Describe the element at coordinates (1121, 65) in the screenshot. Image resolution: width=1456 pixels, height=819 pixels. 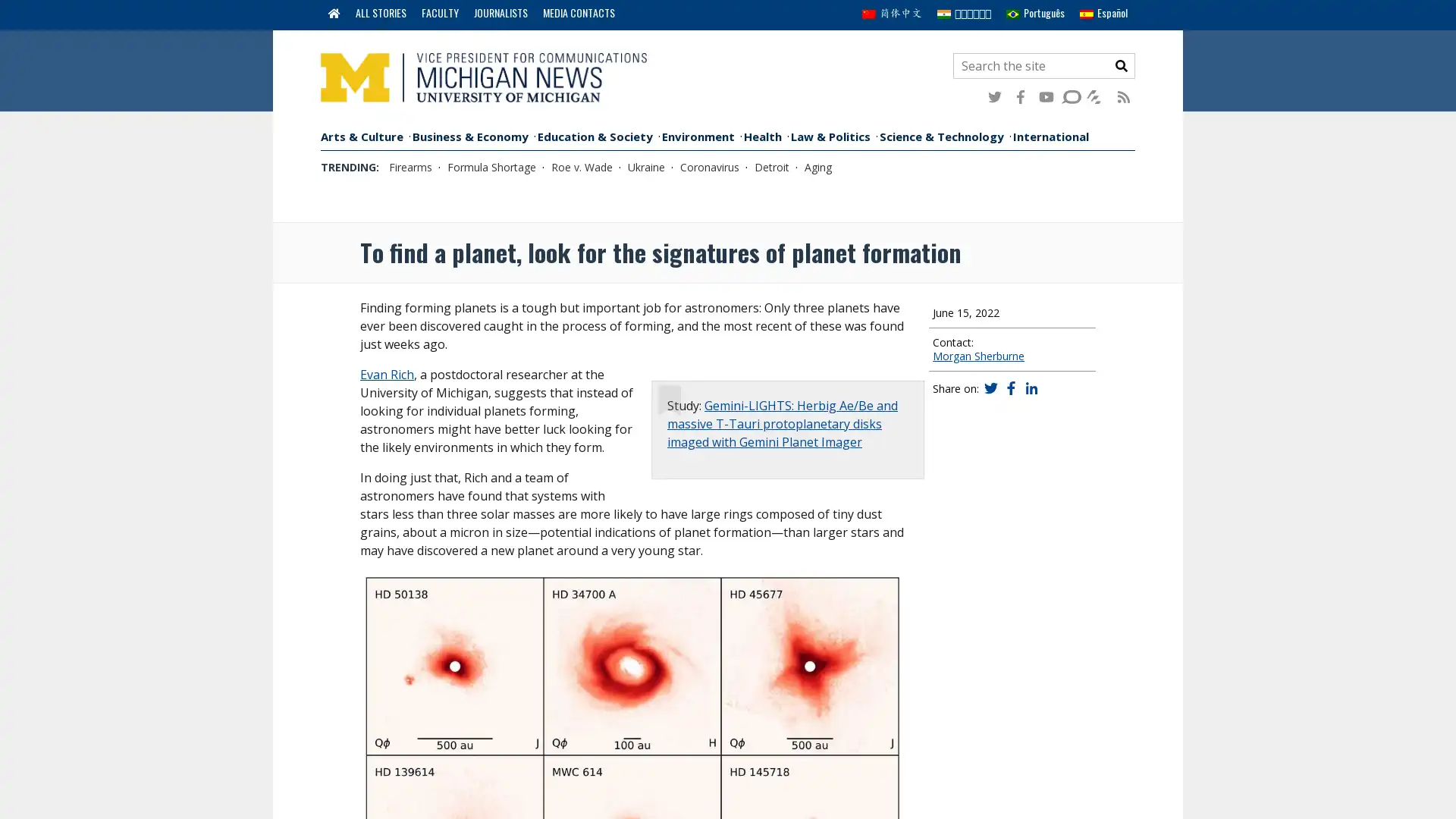
I see `Search` at that location.